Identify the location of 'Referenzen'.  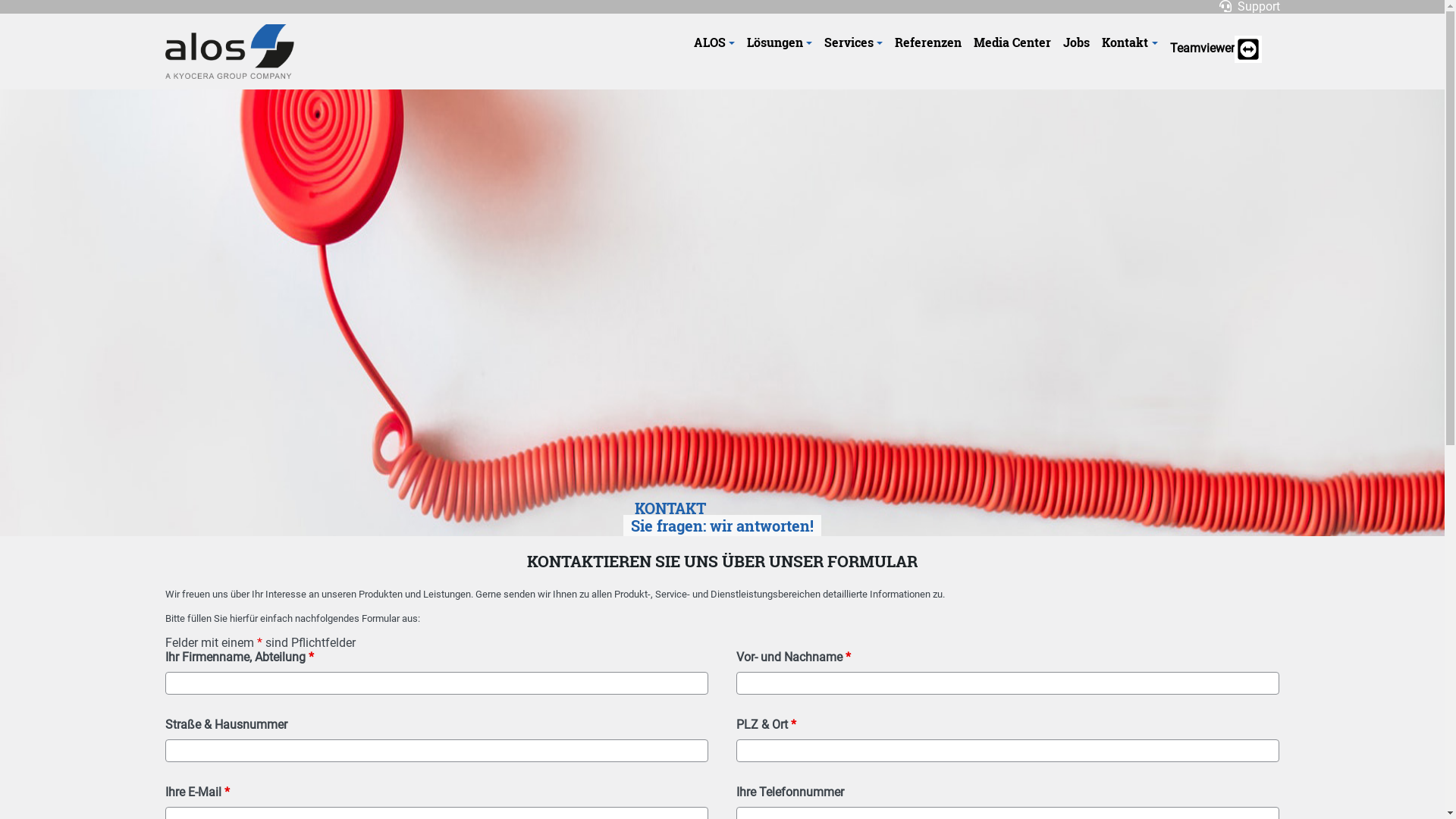
(927, 42).